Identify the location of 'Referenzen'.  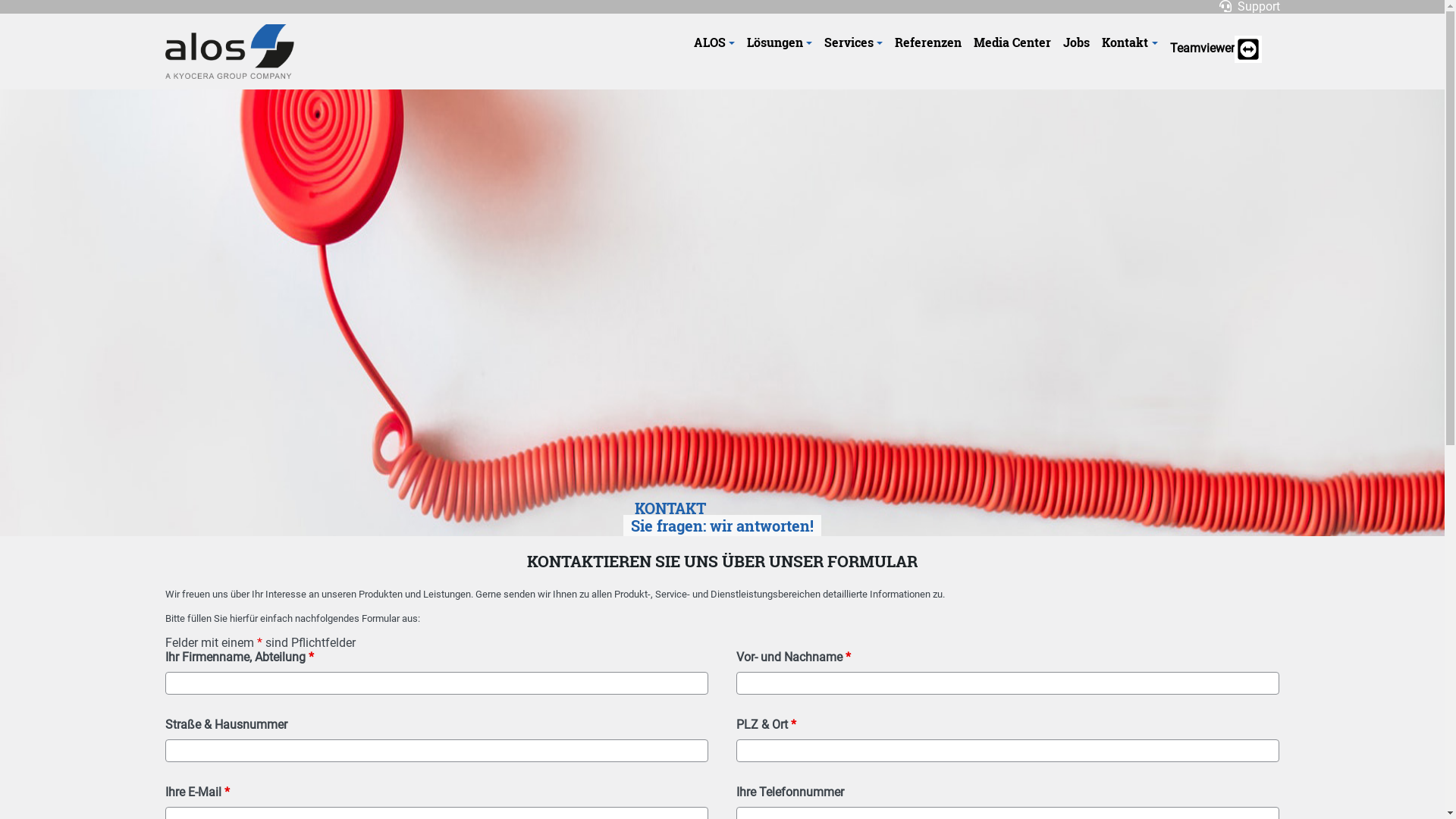
(927, 42).